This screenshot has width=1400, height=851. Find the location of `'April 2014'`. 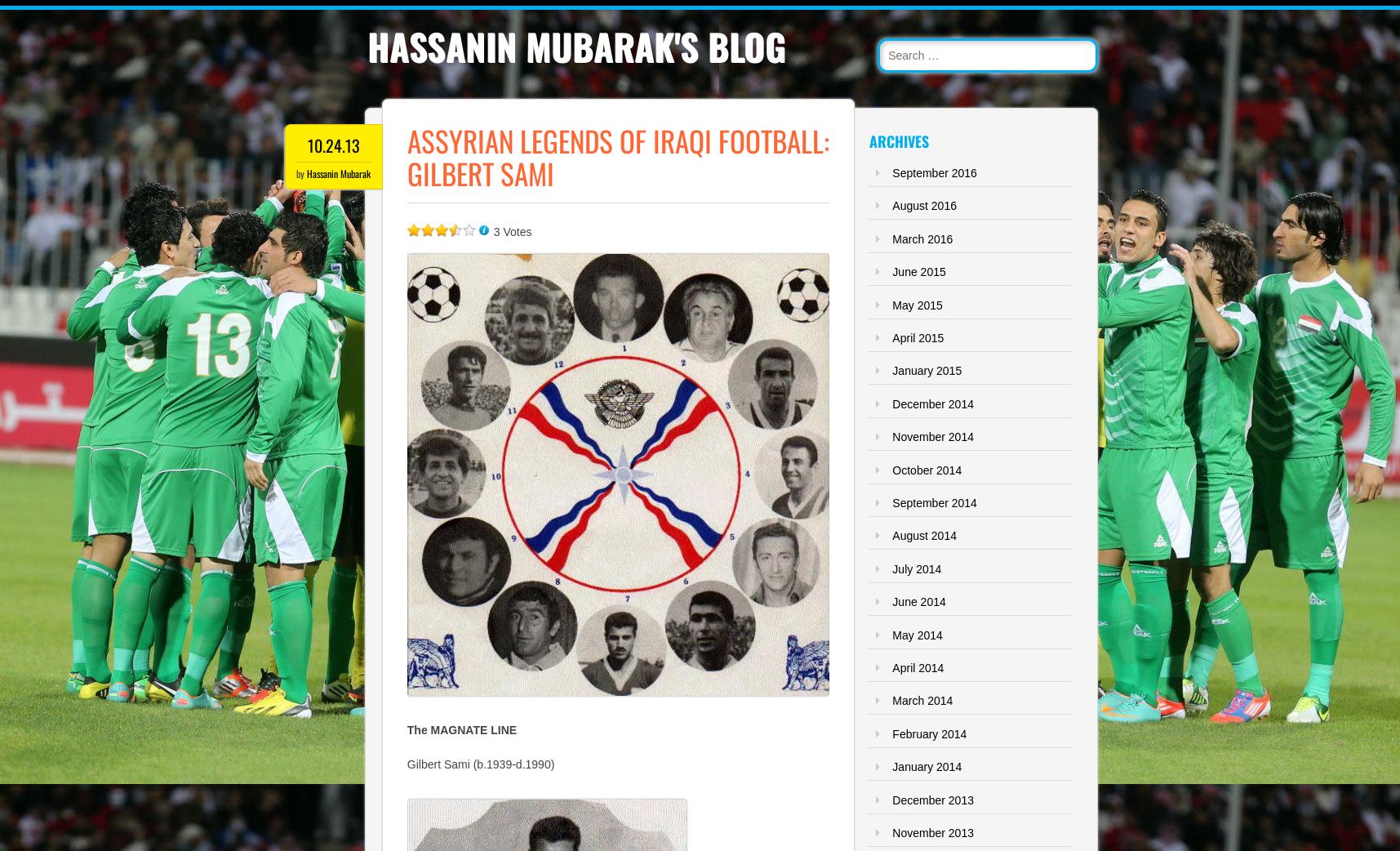

'April 2014' is located at coordinates (891, 667).